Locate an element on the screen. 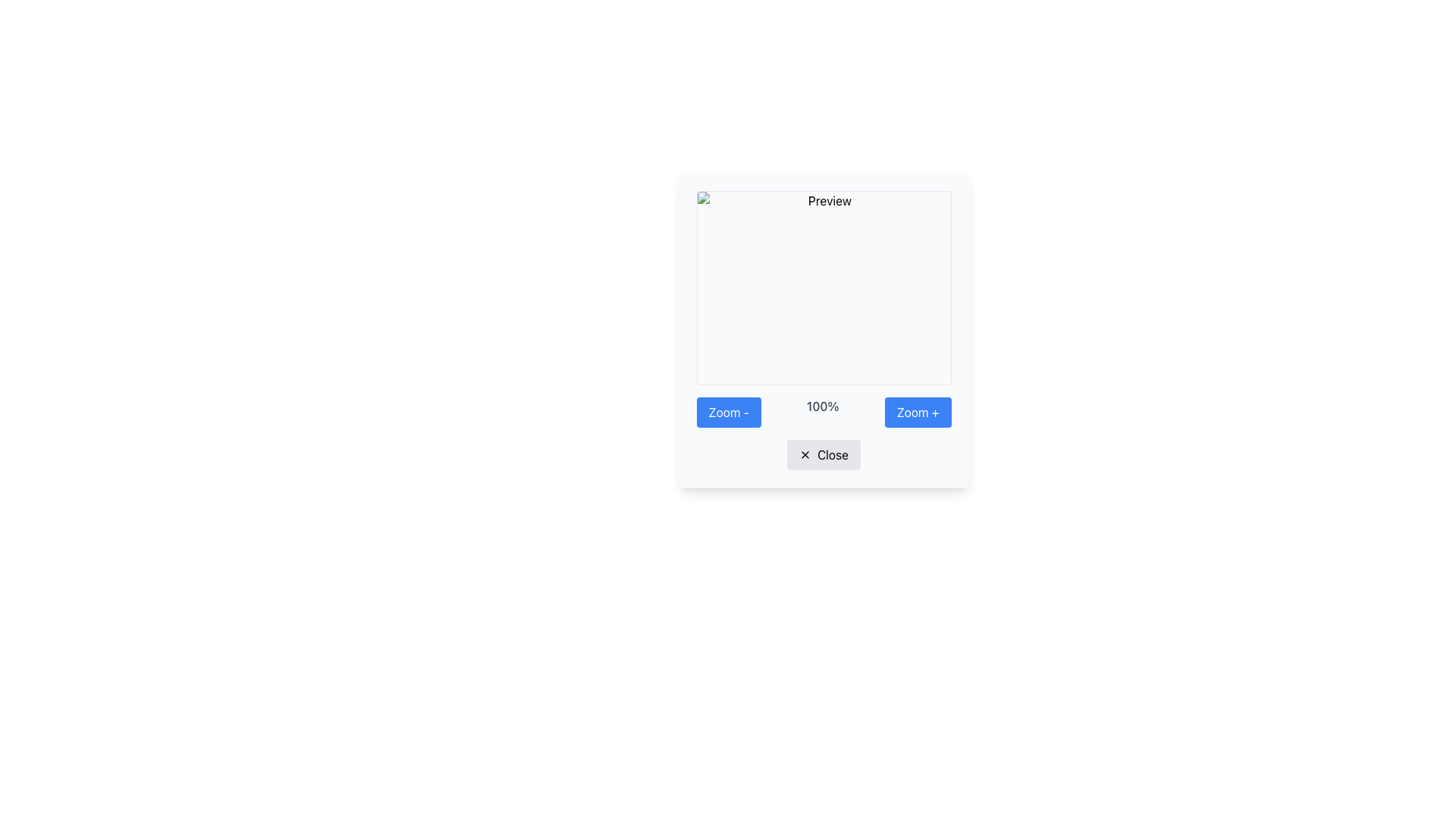 Image resolution: width=1456 pixels, height=819 pixels. the 'Close' button with a light gray background and an 'X' icon is located at coordinates (823, 454).